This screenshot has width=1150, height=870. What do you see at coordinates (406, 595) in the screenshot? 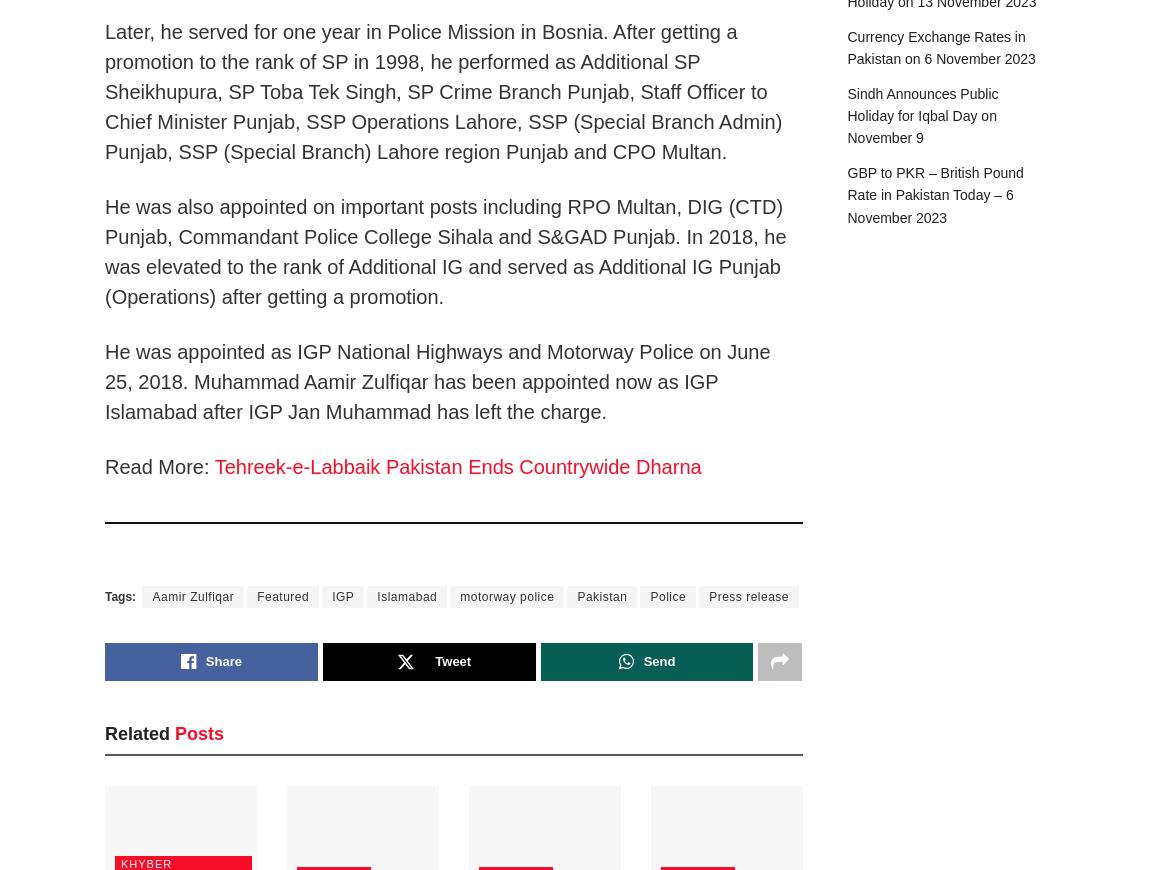
I see `'Islamabad'` at bounding box center [406, 595].